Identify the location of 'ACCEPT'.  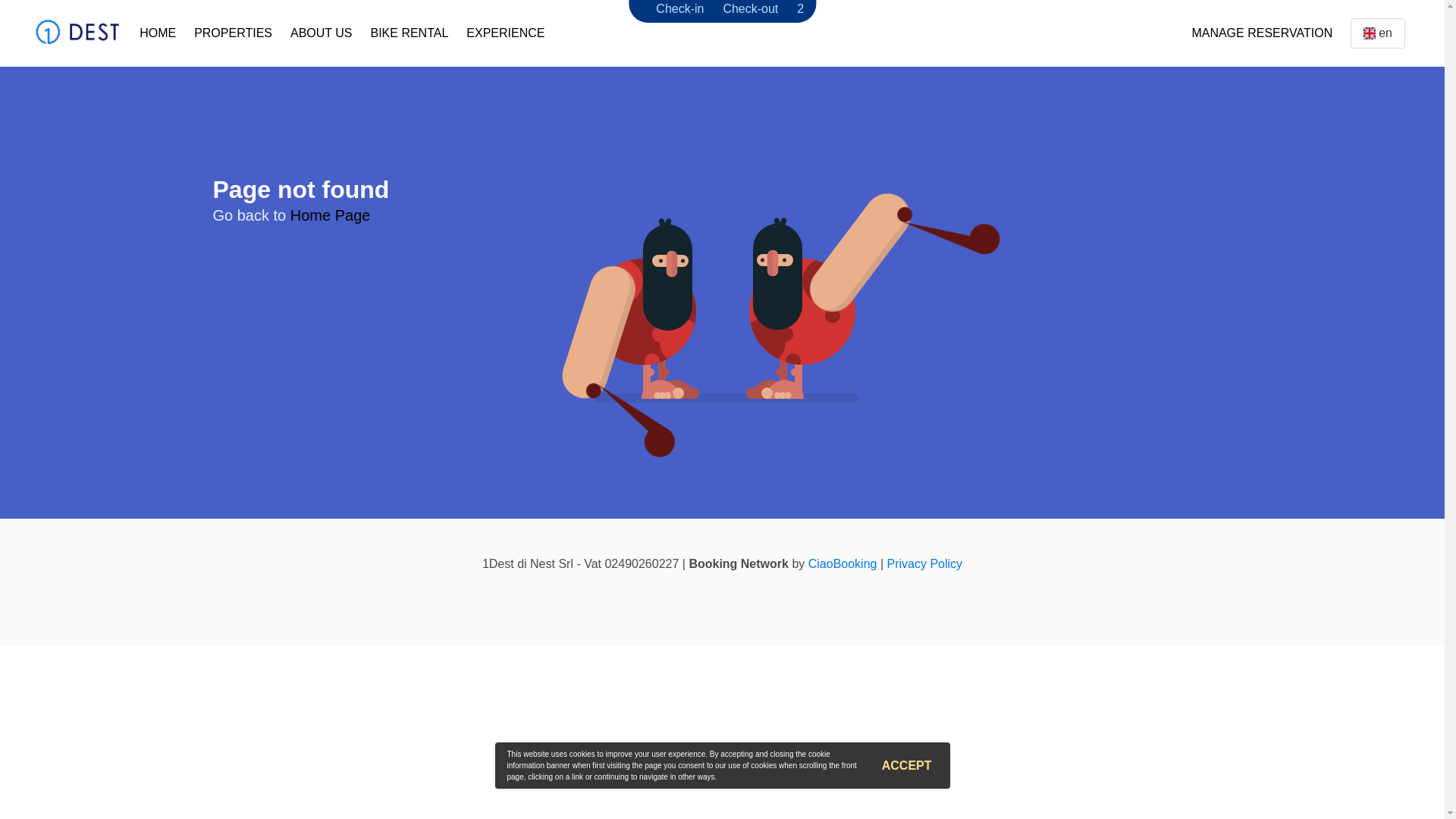
(906, 766).